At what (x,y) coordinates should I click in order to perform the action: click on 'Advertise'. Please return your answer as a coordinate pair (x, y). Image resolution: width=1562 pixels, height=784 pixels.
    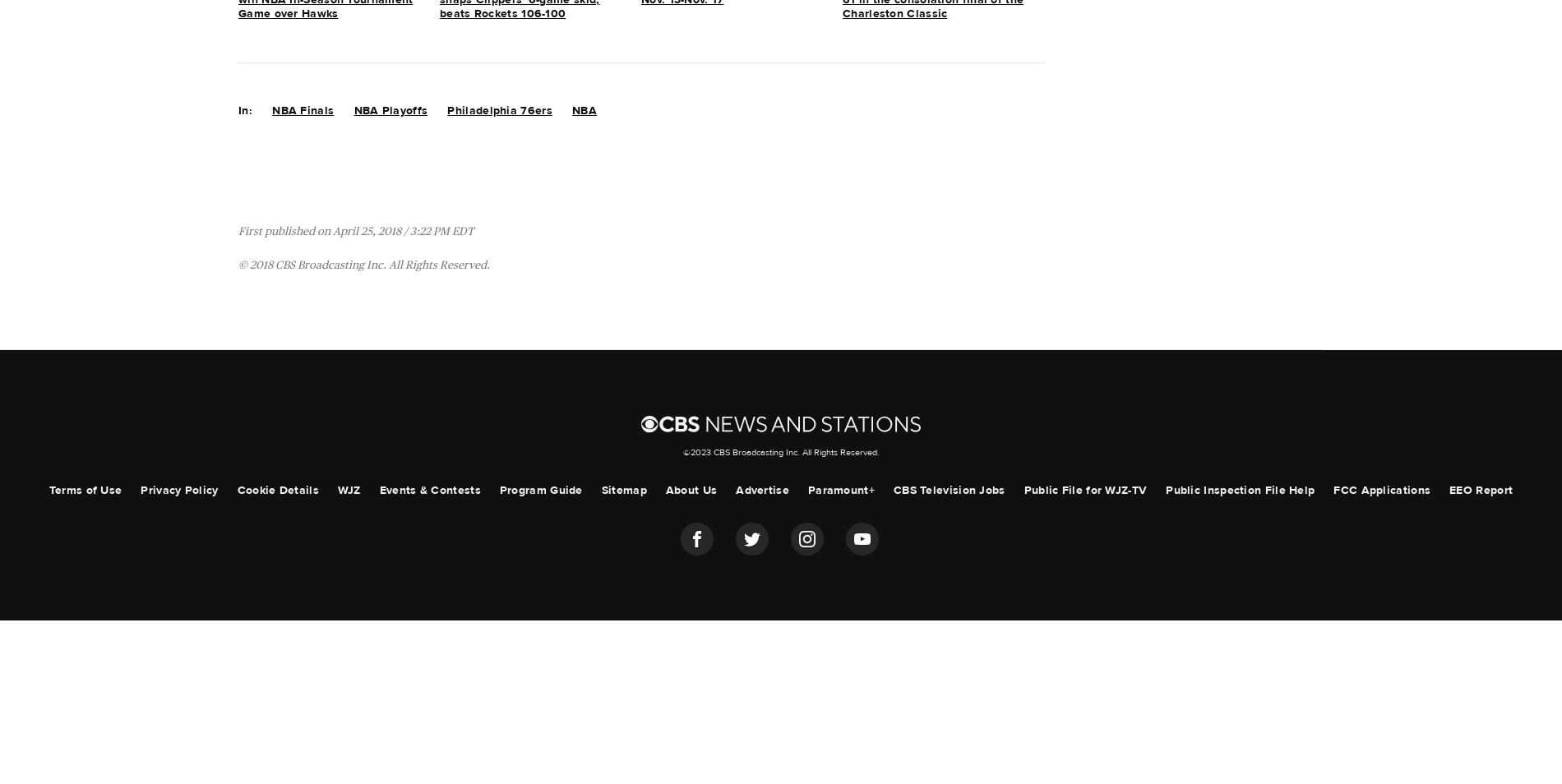
    Looking at the image, I should click on (761, 488).